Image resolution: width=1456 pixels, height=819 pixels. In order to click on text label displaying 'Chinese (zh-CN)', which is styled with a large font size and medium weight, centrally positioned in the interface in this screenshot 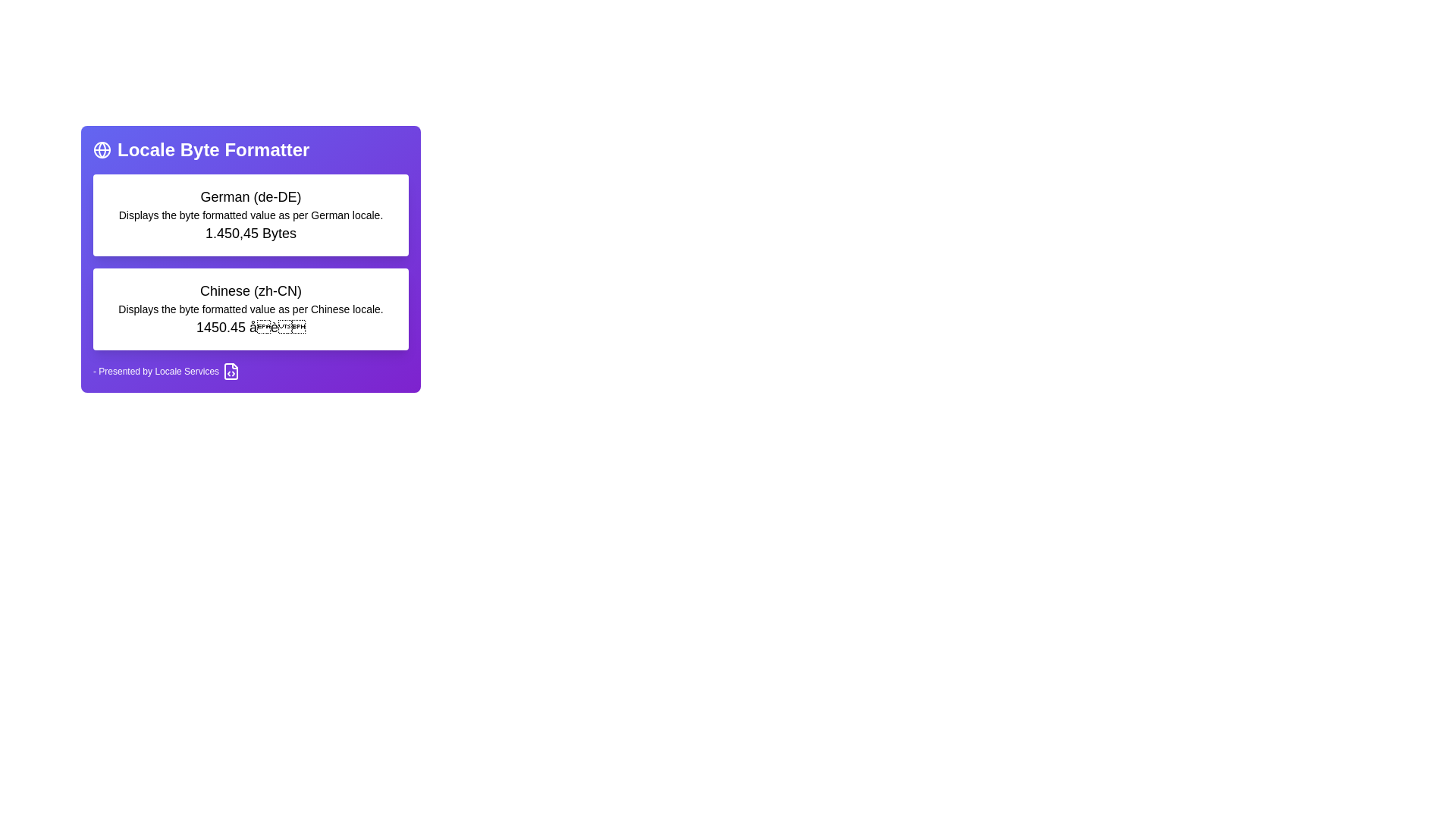, I will do `click(251, 291)`.